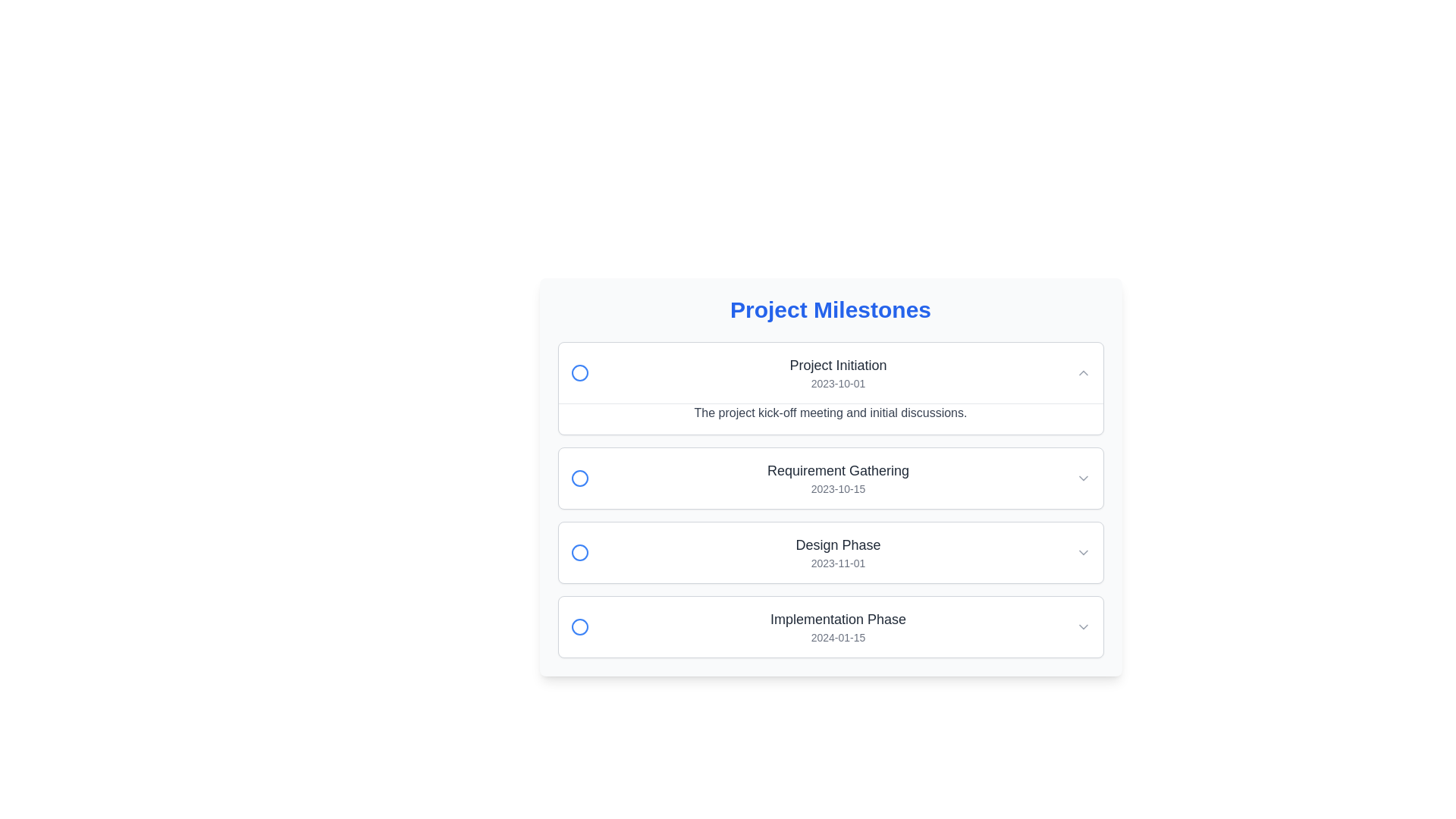  I want to click on the small circular icon with a blue stroke located to the left of the 'Implementation Phase' list item, so click(579, 626).